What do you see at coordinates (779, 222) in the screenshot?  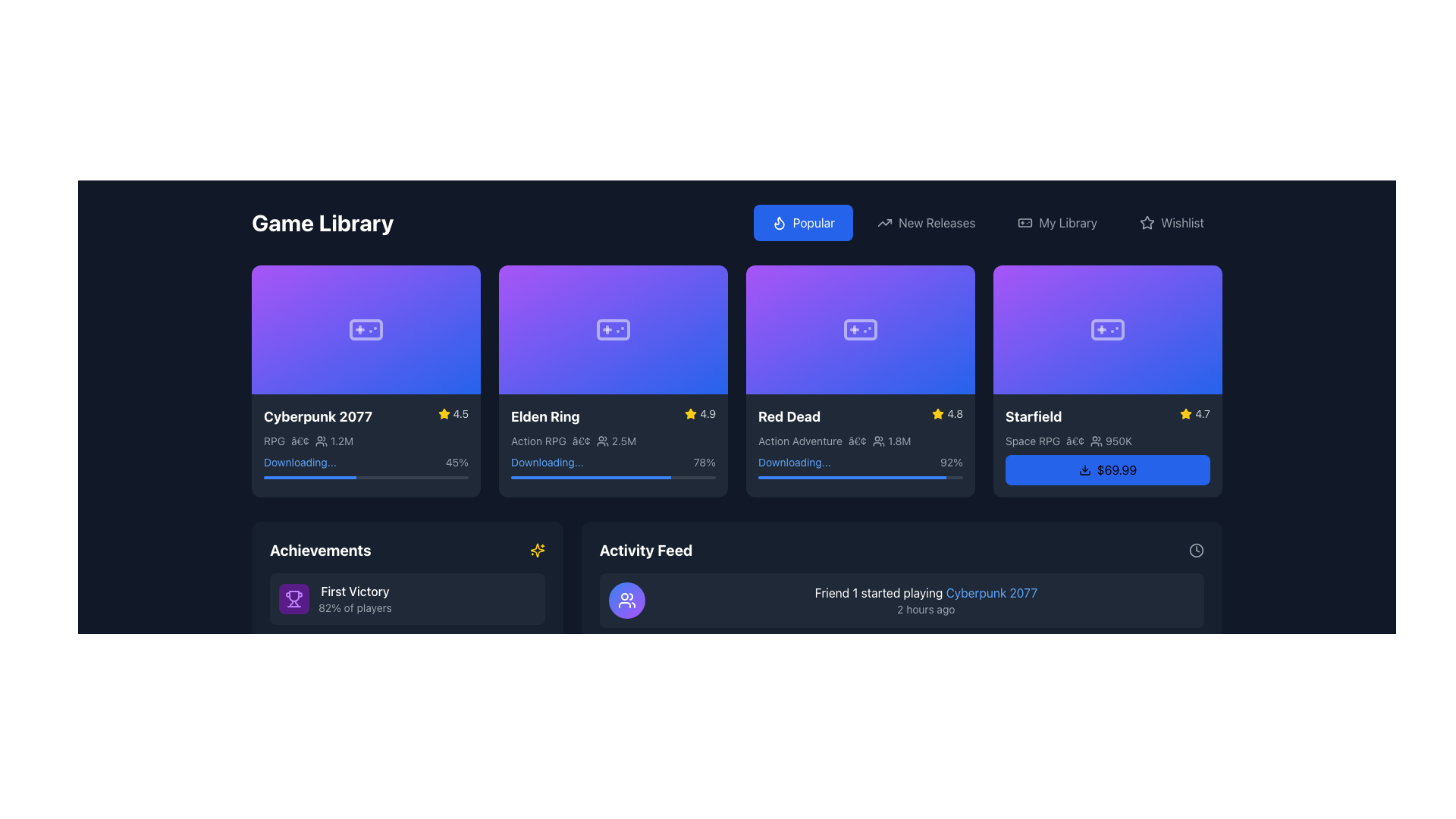 I see `the flame-shaped icon located on the left section of the blue 'Popular' button at the top of the interface` at bounding box center [779, 222].